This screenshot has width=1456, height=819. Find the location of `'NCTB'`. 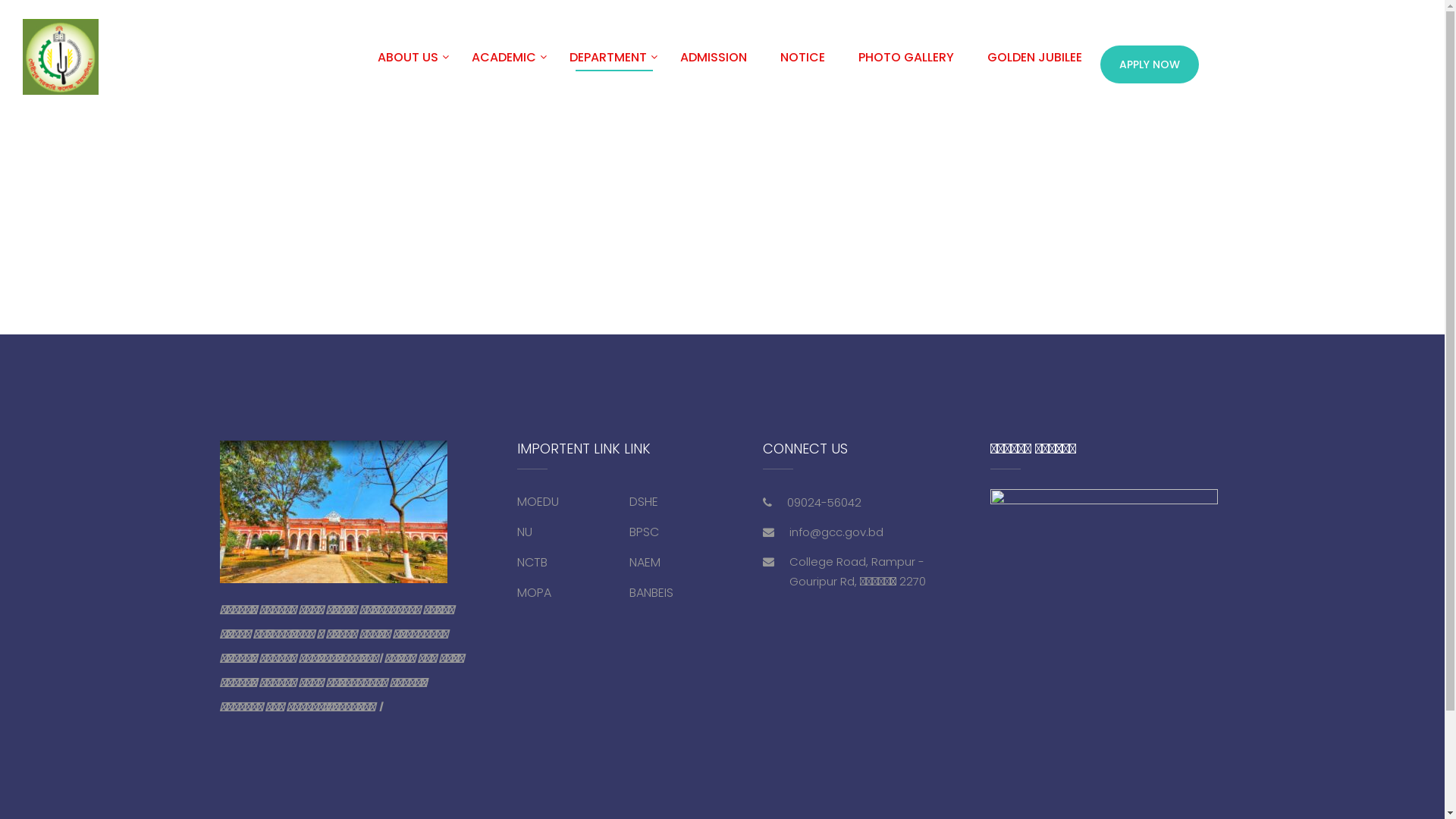

'NCTB' is located at coordinates (532, 562).